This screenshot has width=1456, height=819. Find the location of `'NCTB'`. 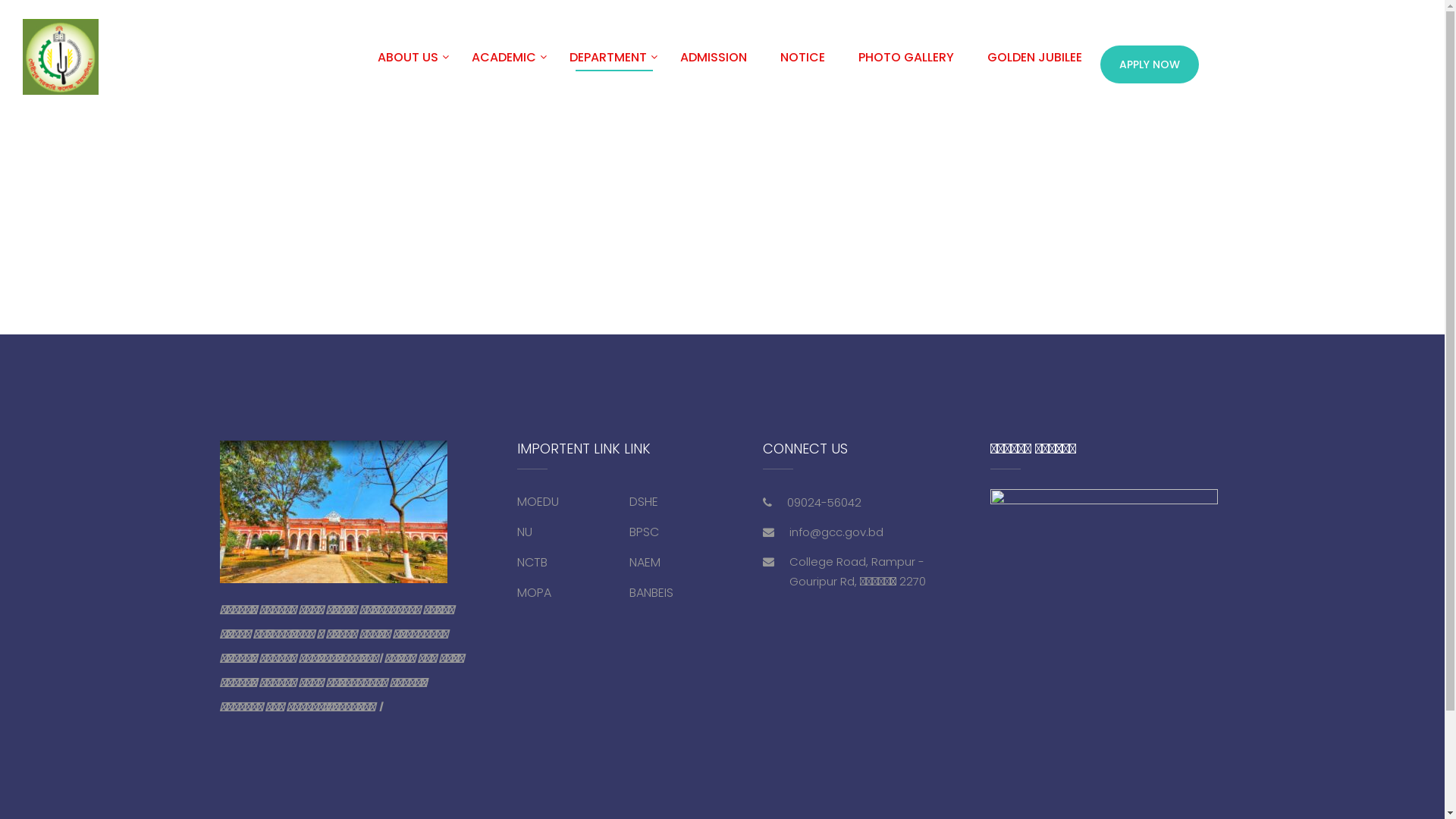

'NCTB' is located at coordinates (532, 562).